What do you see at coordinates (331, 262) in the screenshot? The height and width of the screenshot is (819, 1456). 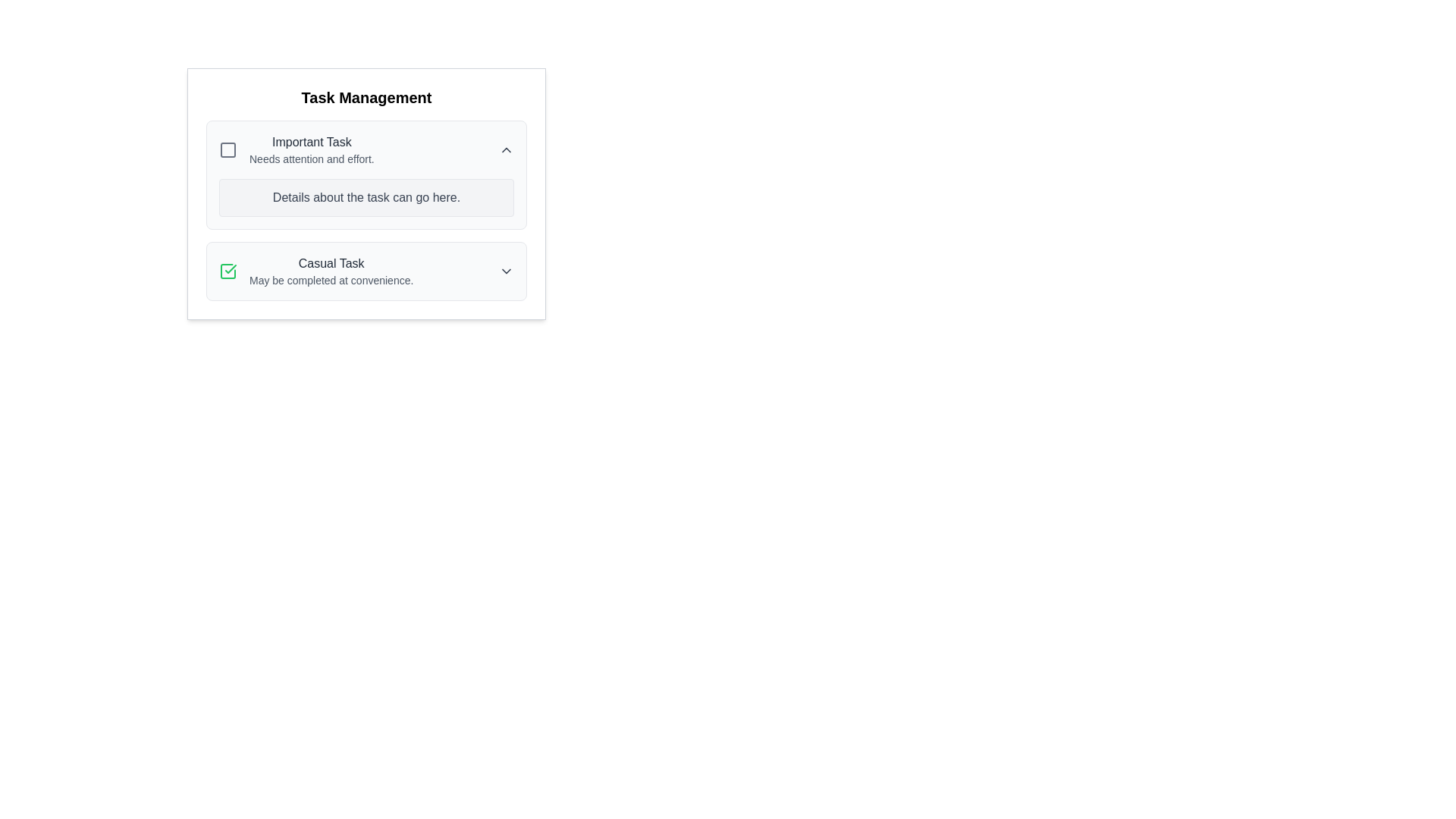 I see `the static text label that serves as a title for the task category in the 'Task Management' section, positioned above the description 'May be completed at convenience.'` at bounding box center [331, 262].